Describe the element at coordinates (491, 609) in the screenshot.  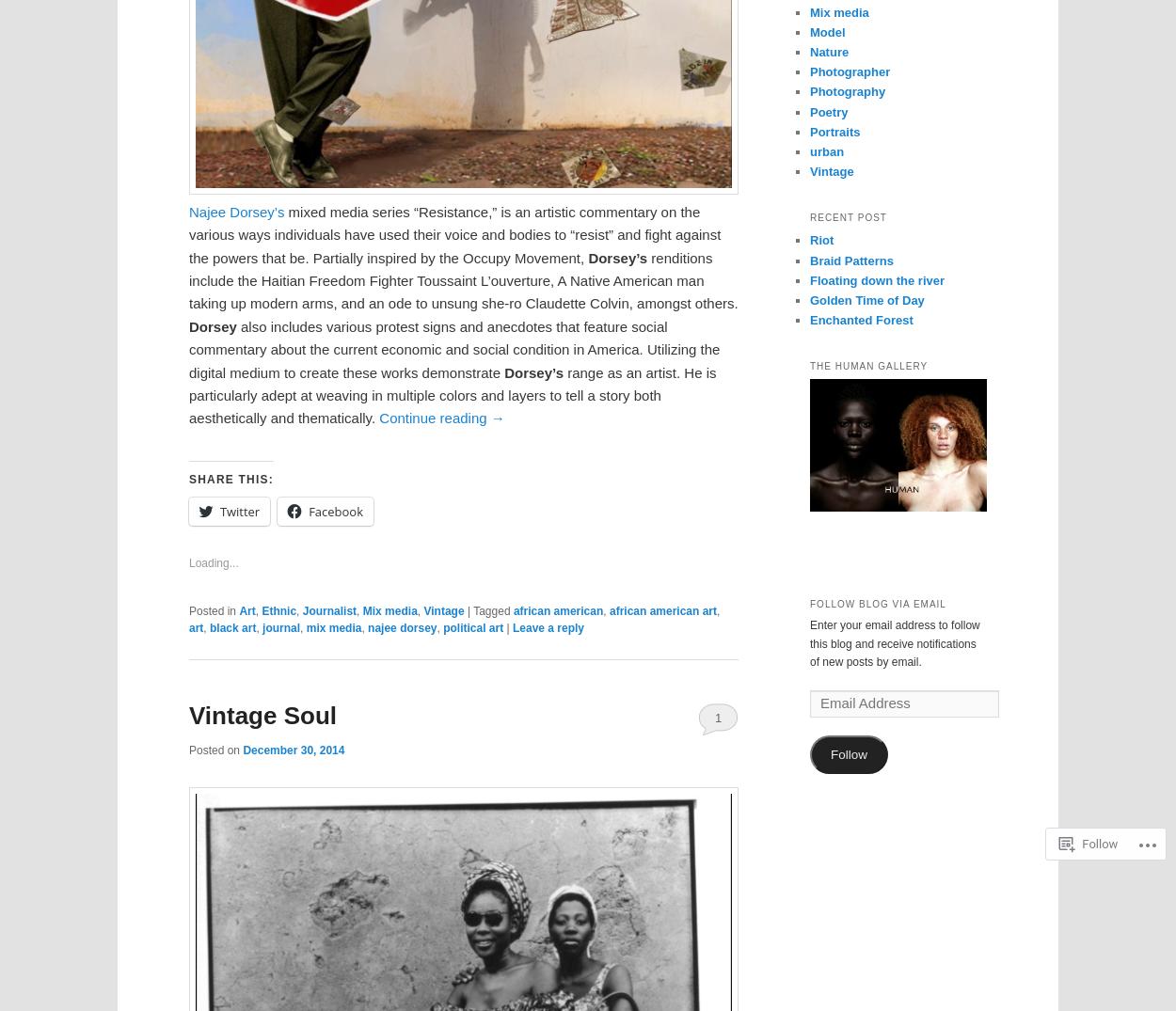
I see `'Tagged'` at that location.